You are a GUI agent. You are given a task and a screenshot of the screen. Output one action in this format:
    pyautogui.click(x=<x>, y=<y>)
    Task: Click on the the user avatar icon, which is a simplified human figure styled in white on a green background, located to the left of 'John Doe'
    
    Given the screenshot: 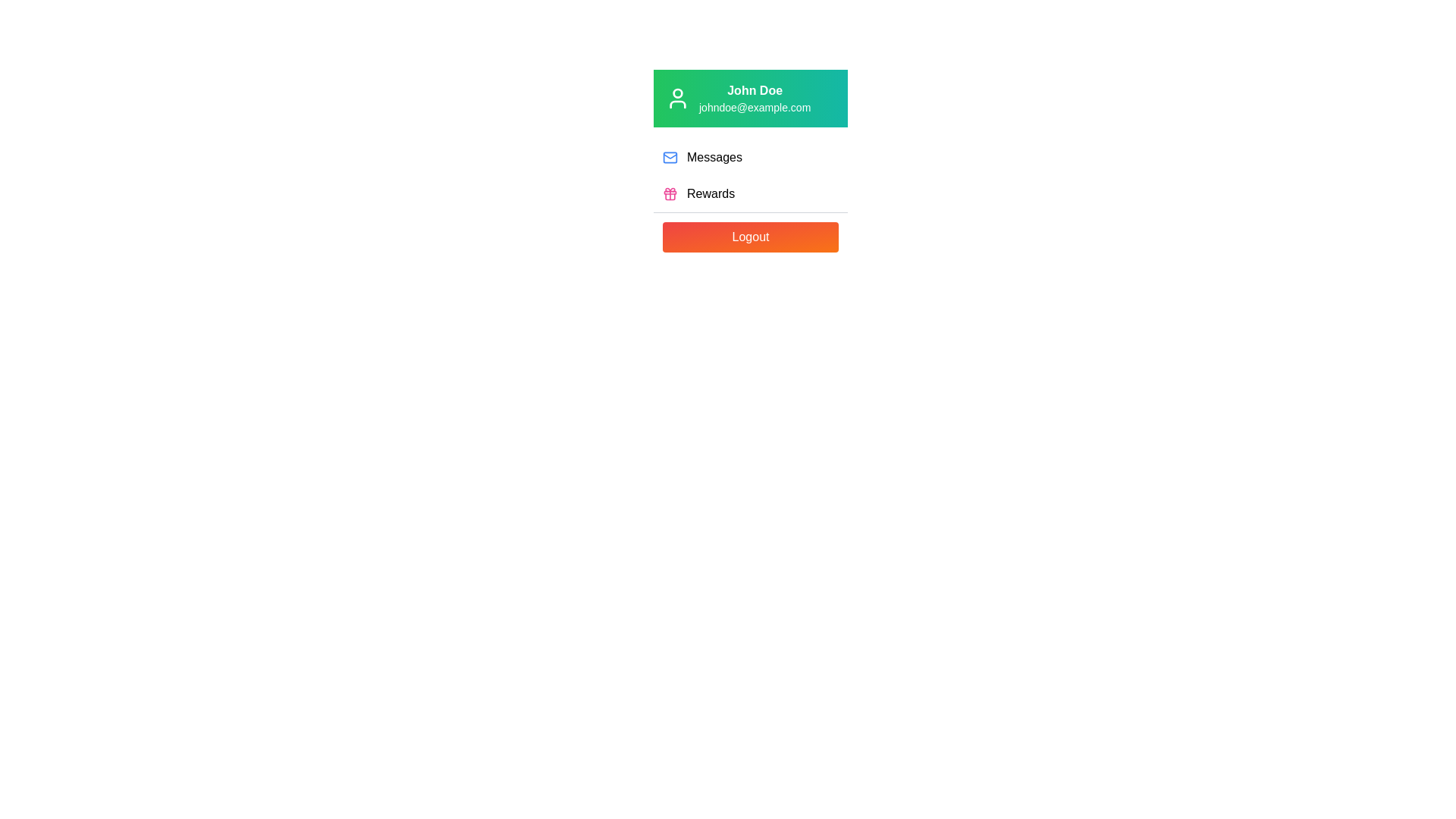 What is the action you would take?
    pyautogui.click(x=676, y=99)
    